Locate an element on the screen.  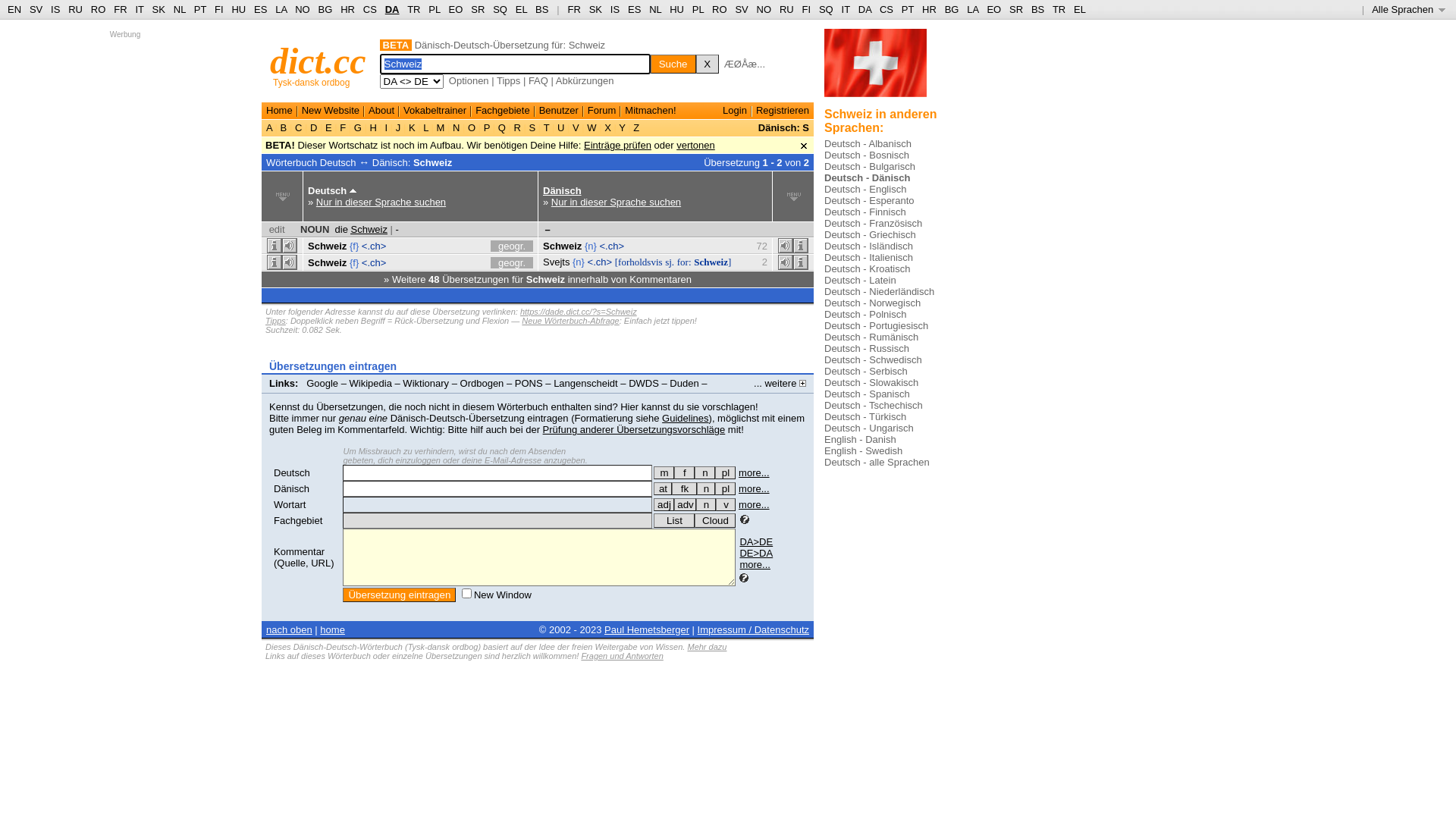
'die - Mehrzahl (Plural)' is located at coordinates (714, 472).